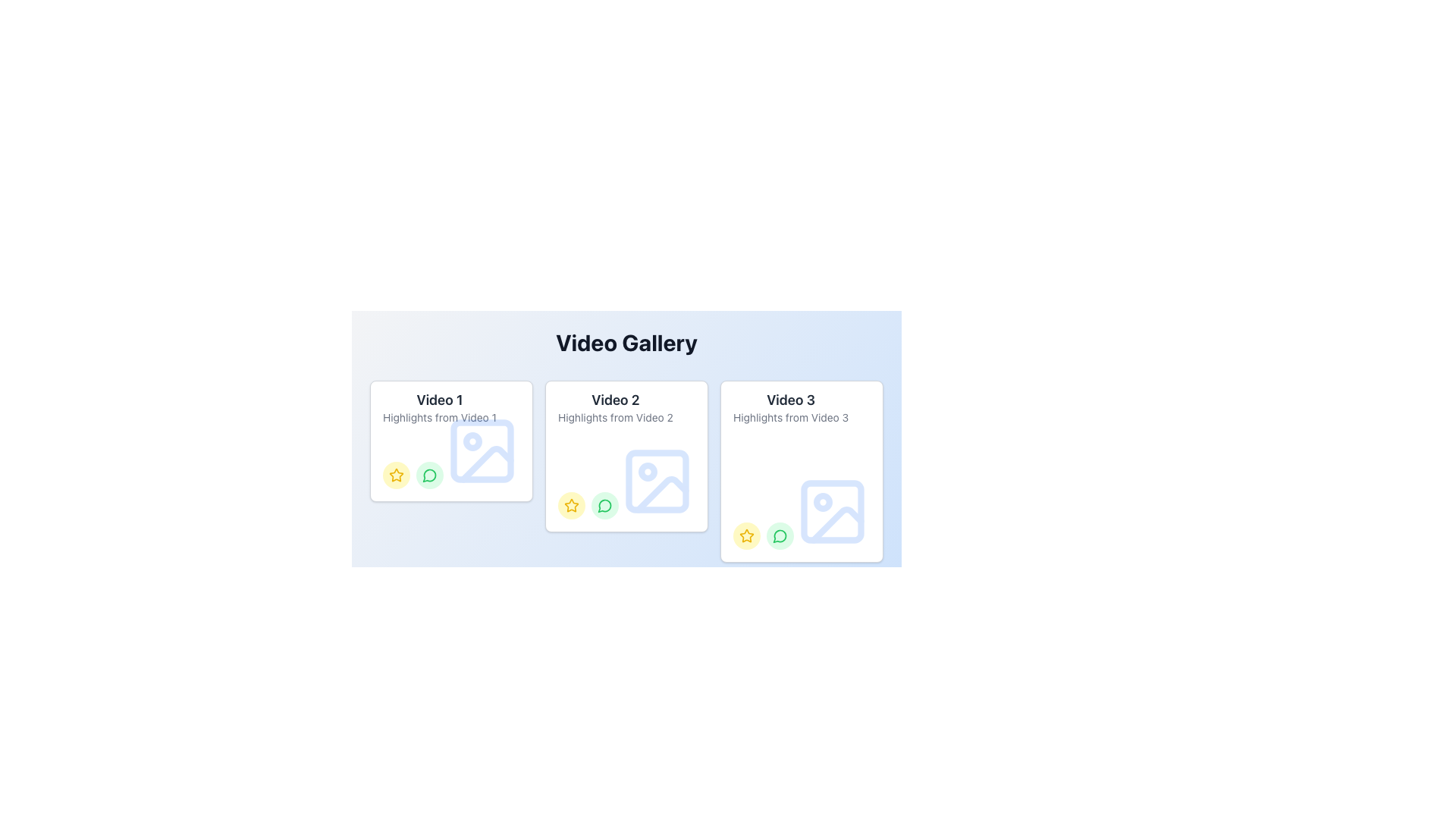  Describe the element at coordinates (439, 400) in the screenshot. I see `the 'Video 1' title text` at that location.